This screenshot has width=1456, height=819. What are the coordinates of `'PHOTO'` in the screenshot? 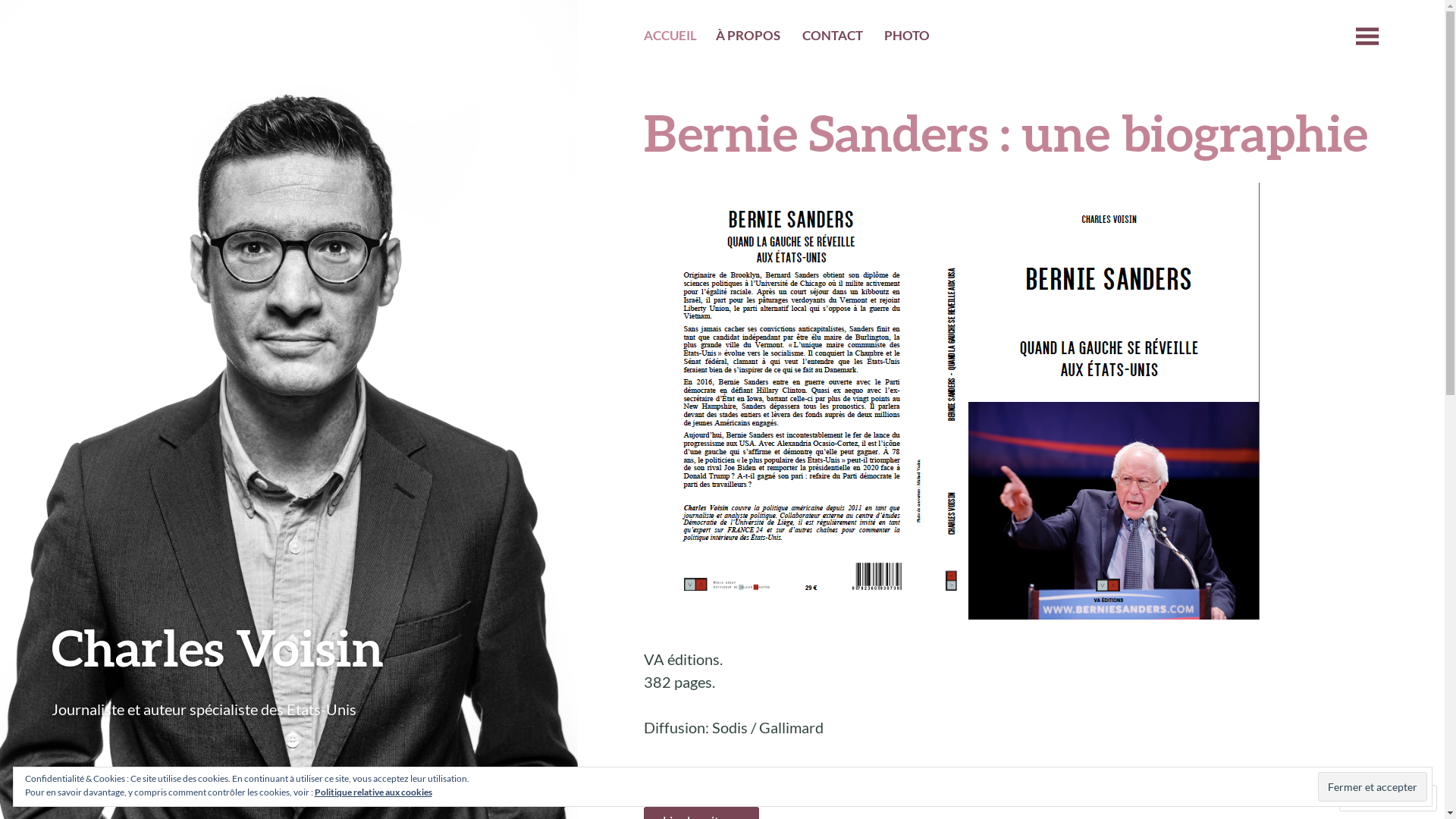 It's located at (906, 37).